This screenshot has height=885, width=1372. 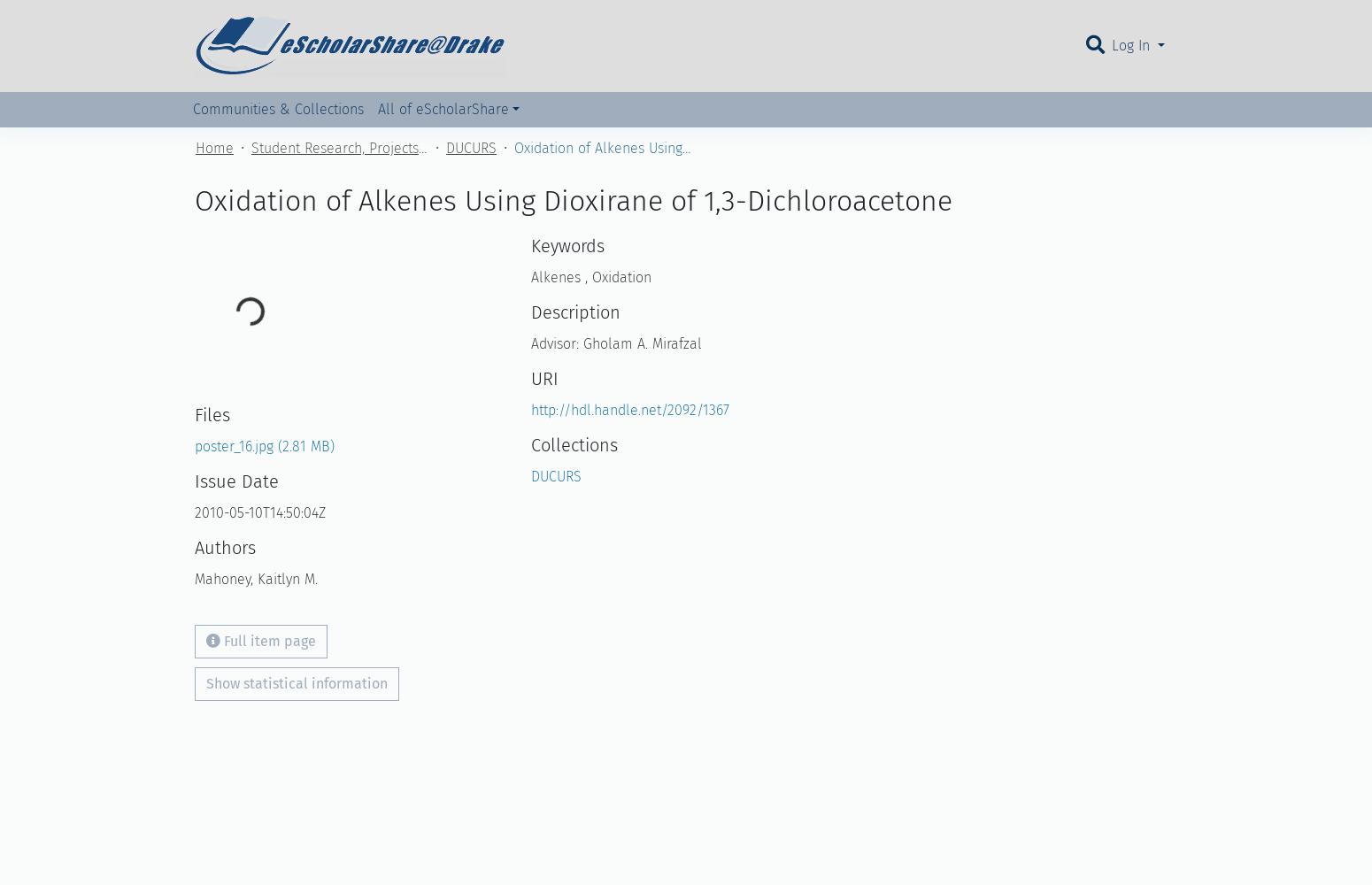 I want to click on 'Show statistical information', so click(x=296, y=682).